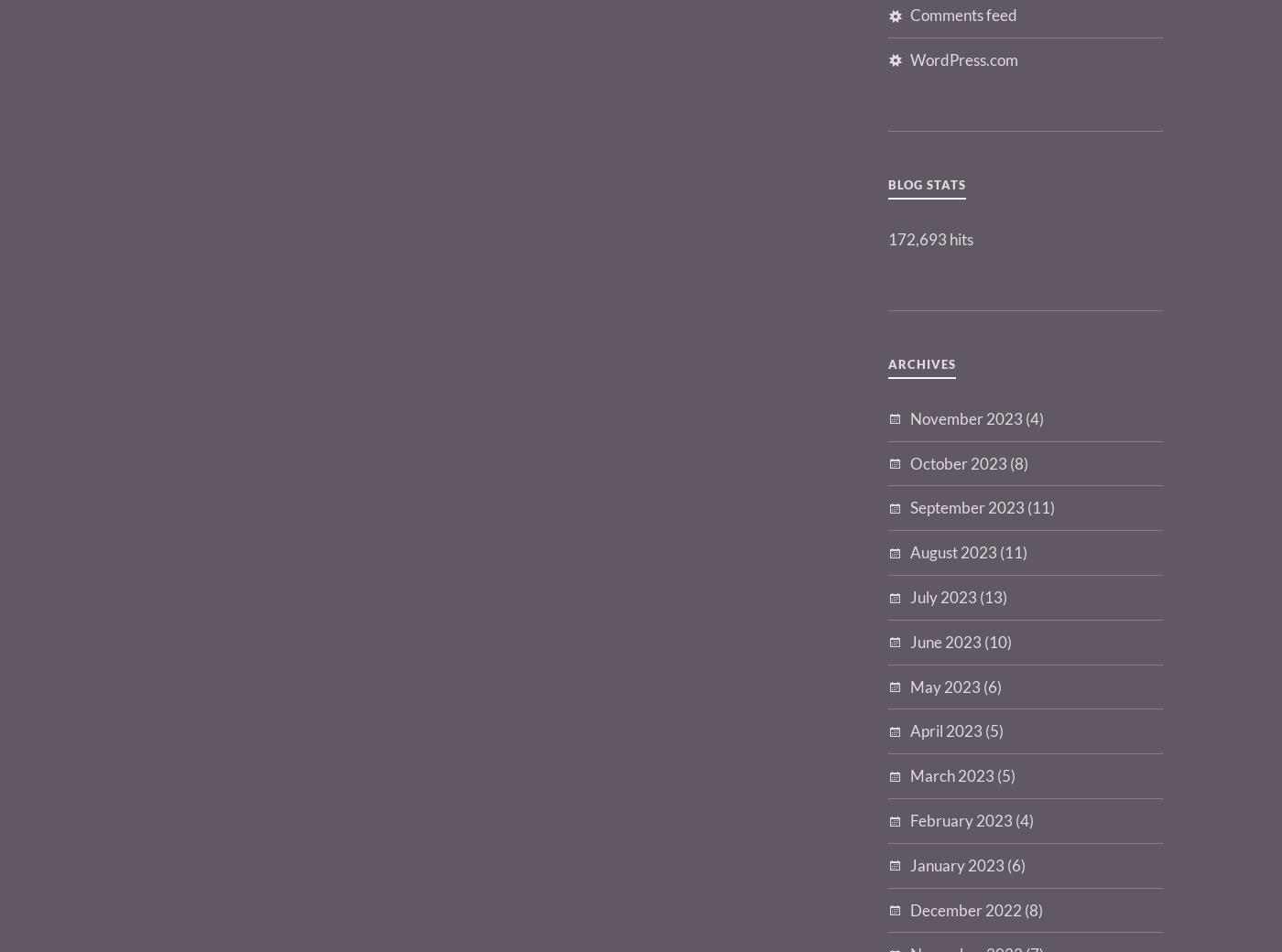  What do you see at coordinates (966, 909) in the screenshot?
I see `'December 2022'` at bounding box center [966, 909].